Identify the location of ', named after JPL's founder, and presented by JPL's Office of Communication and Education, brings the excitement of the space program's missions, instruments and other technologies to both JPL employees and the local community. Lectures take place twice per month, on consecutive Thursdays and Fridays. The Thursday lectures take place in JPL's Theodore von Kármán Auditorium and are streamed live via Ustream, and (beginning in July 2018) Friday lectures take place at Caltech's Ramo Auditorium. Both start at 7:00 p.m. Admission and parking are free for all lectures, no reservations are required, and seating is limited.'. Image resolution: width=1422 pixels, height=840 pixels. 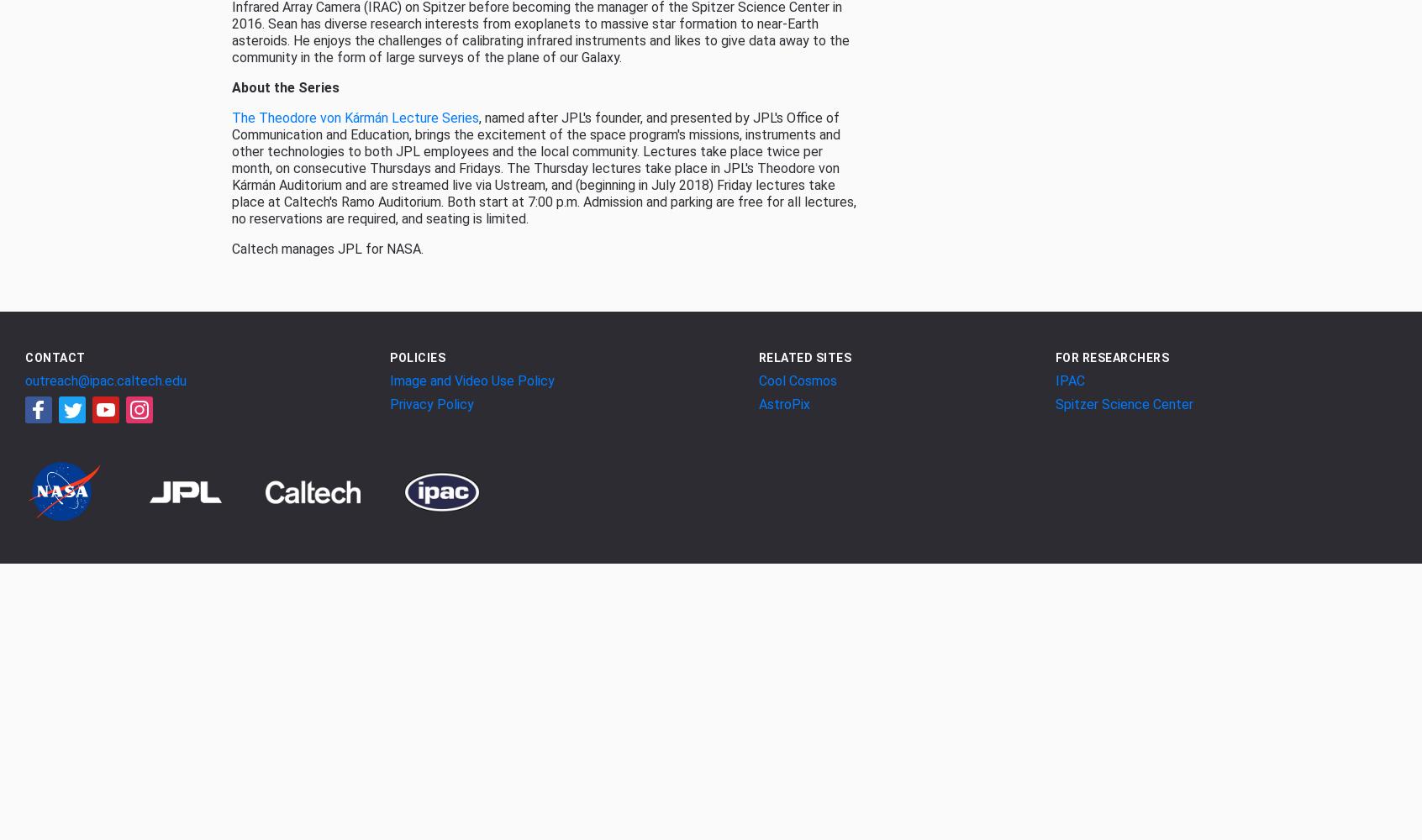
(544, 166).